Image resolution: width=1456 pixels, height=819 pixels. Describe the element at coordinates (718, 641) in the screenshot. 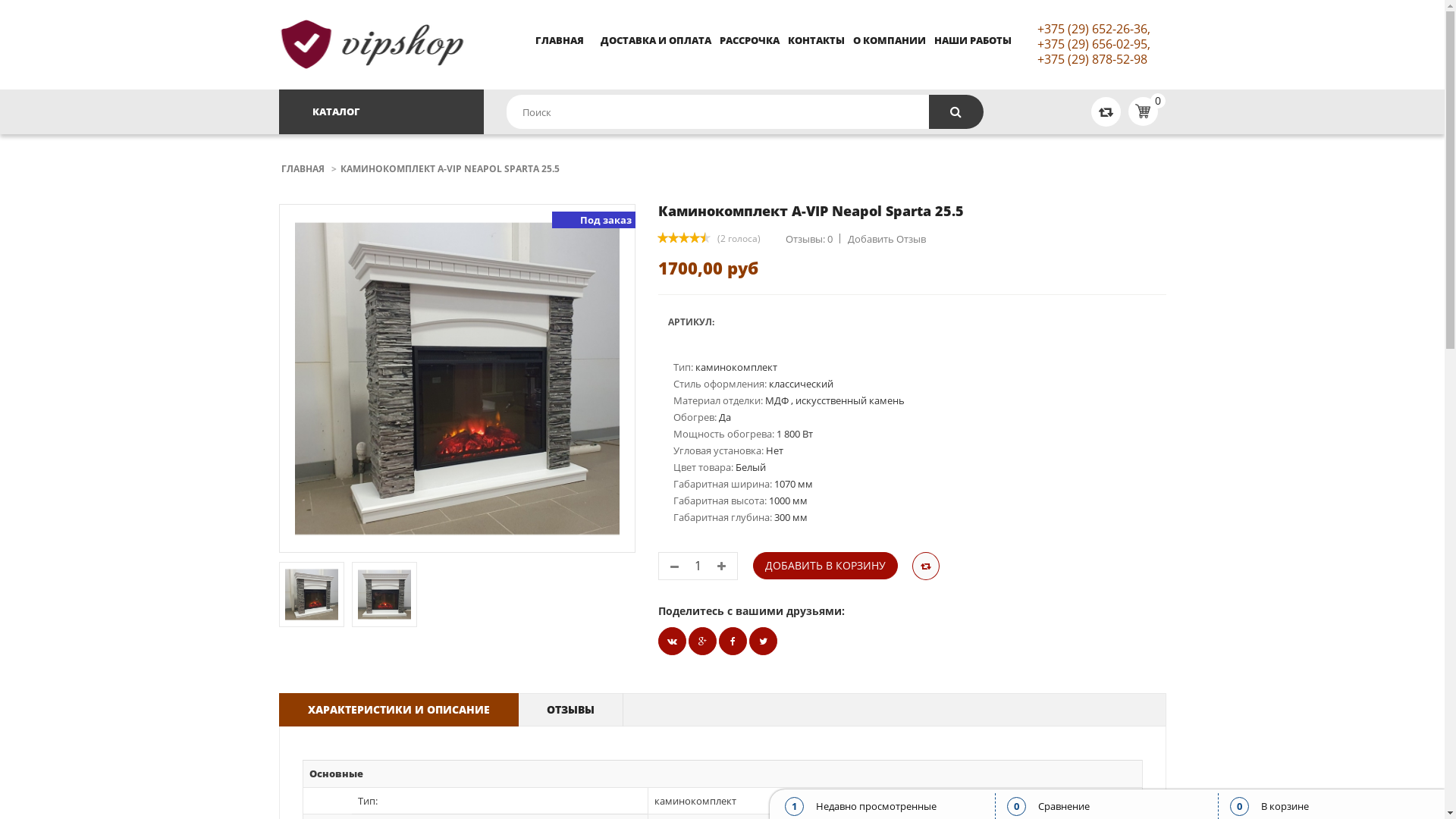

I see `'Facebook'` at that location.